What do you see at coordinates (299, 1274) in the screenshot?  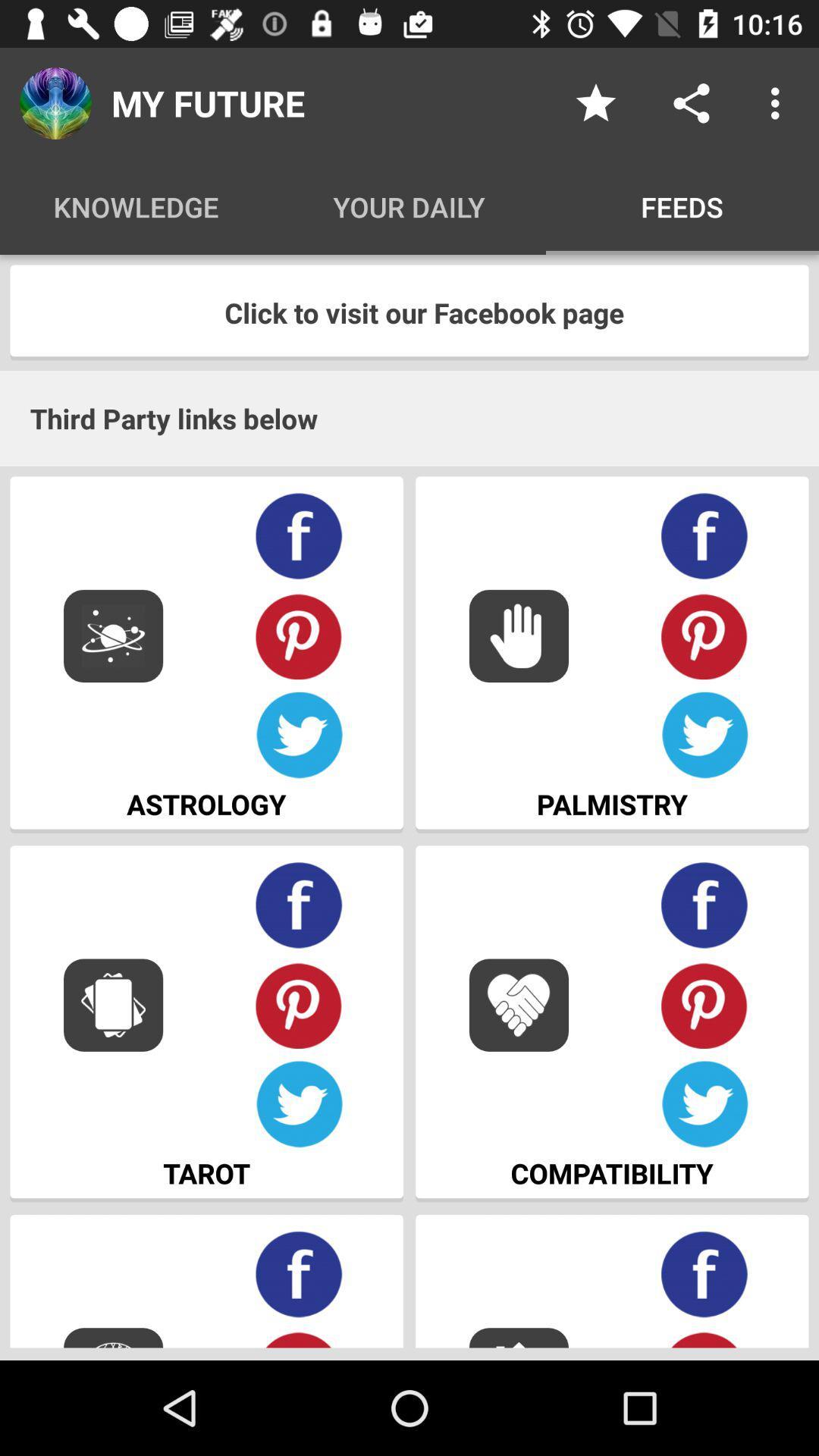 I see `the facebook link` at bounding box center [299, 1274].